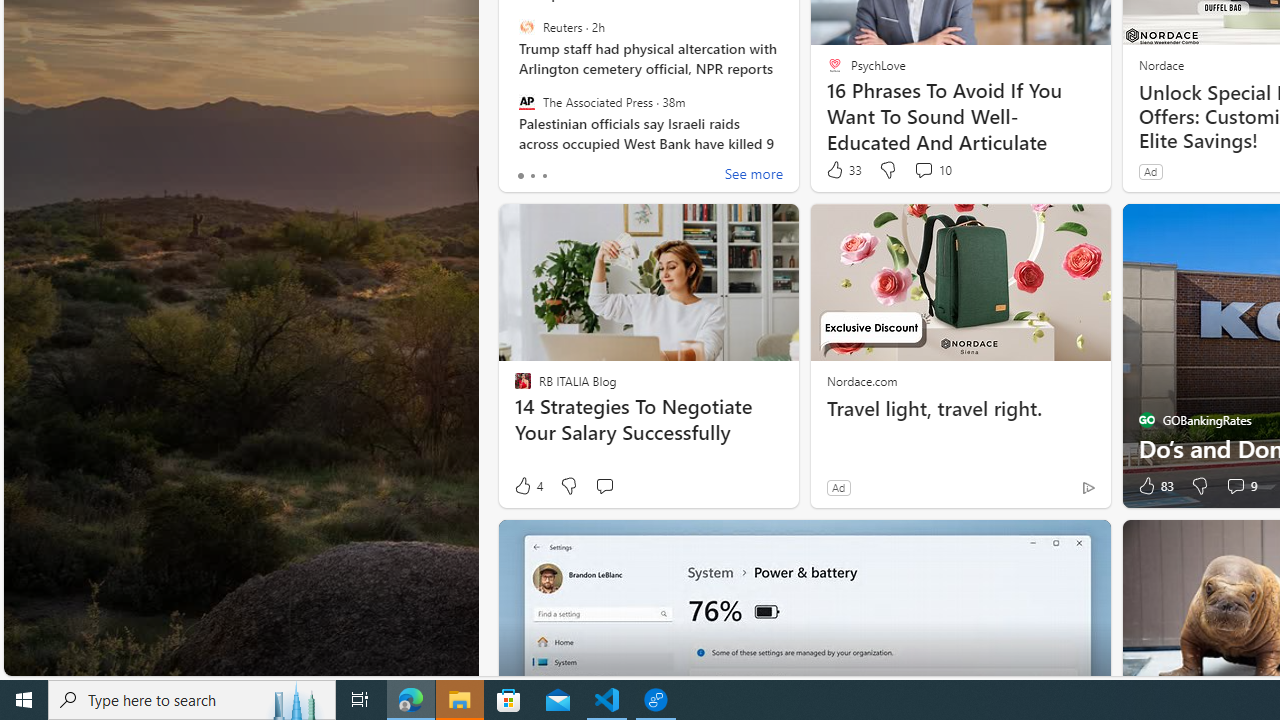 The image size is (1280, 720). Describe the element at coordinates (931, 169) in the screenshot. I see `'View comments 10 Comment'` at that location.